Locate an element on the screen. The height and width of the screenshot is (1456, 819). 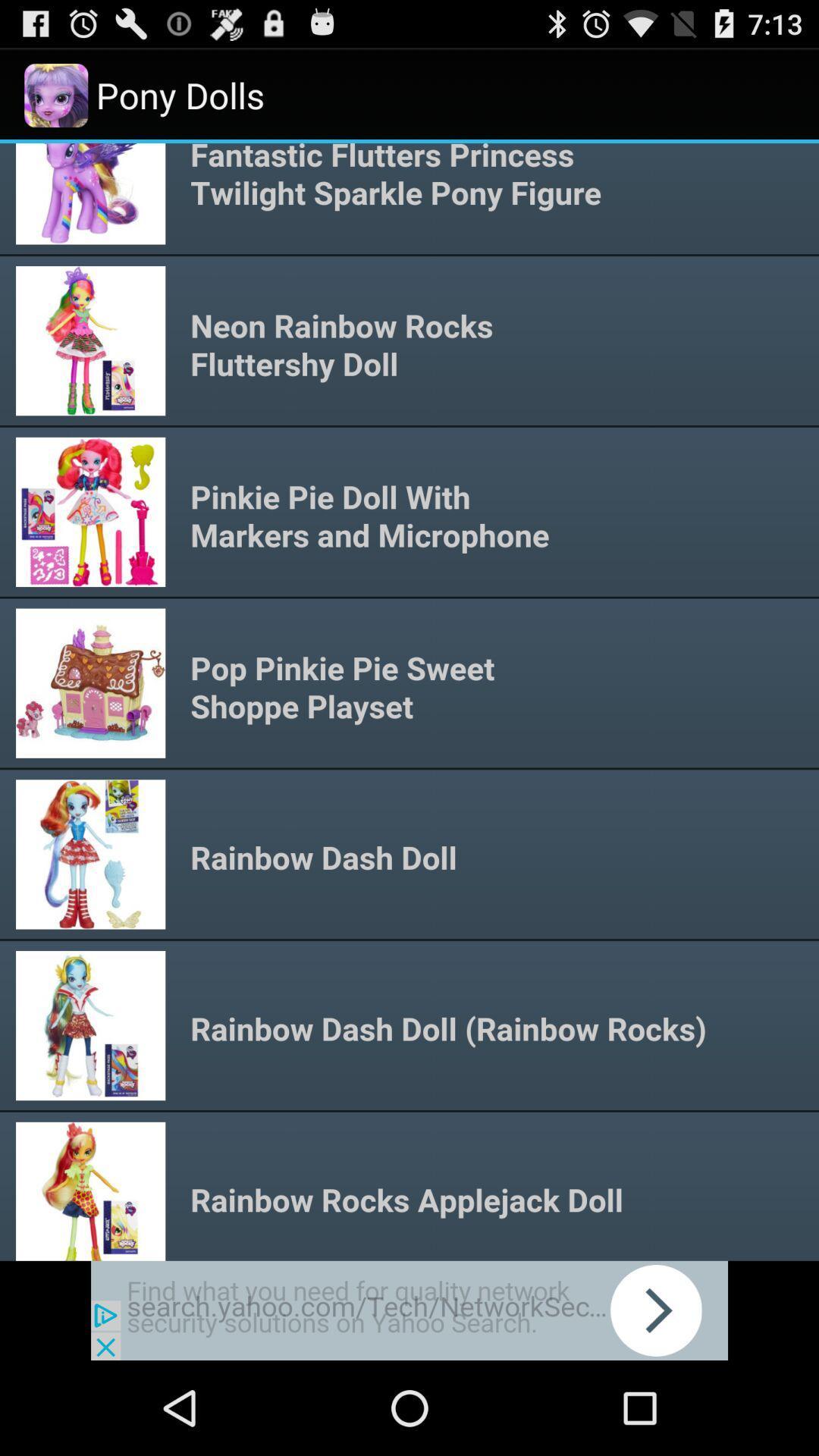
next is located at coordinates (409, 1310).